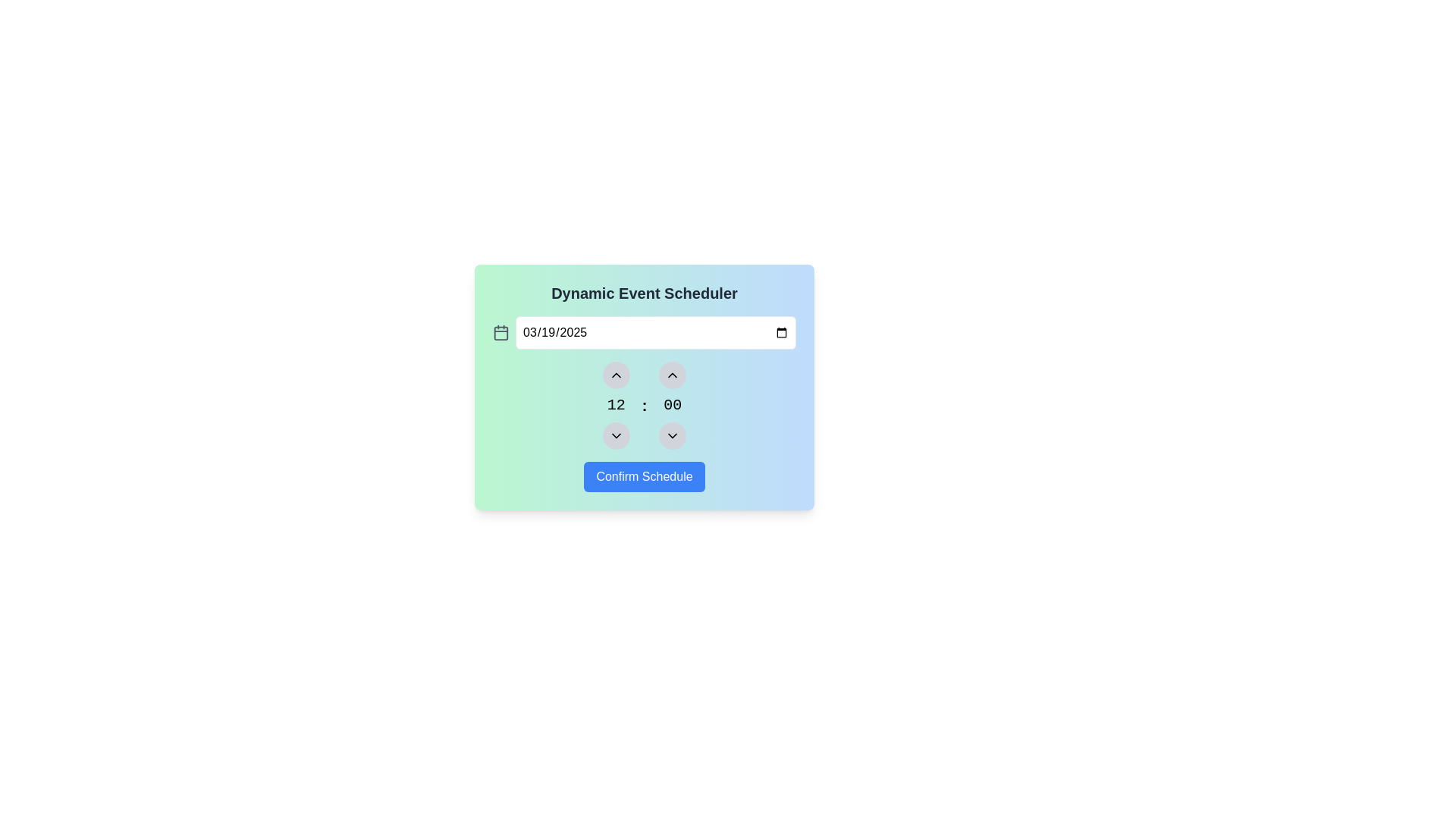  Describe the element at coordinates (616, 375) in the screenshot. I see `the first interactive circle button above the displayed numeric value '12'` at that location.